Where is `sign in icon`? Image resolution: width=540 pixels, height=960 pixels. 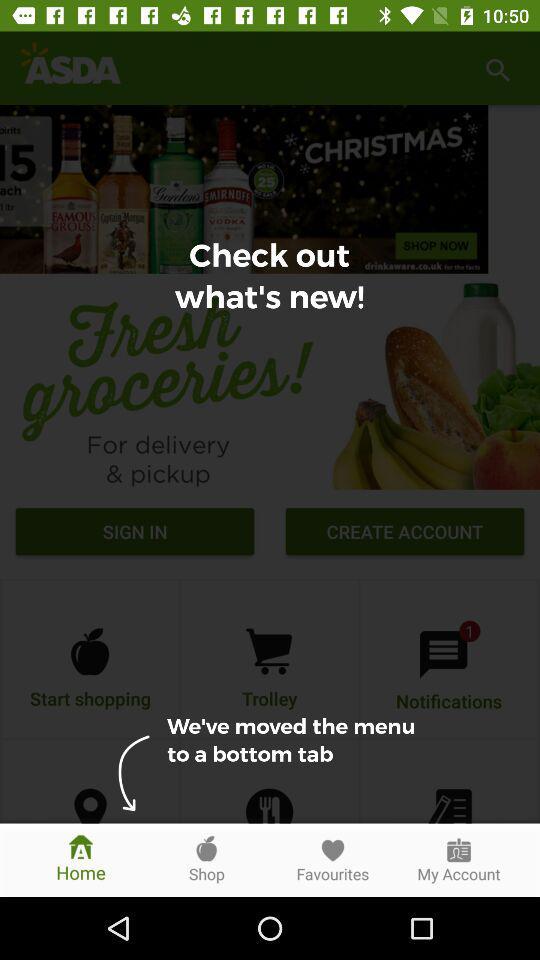
sign in icon is located at coordinates (135, 533).